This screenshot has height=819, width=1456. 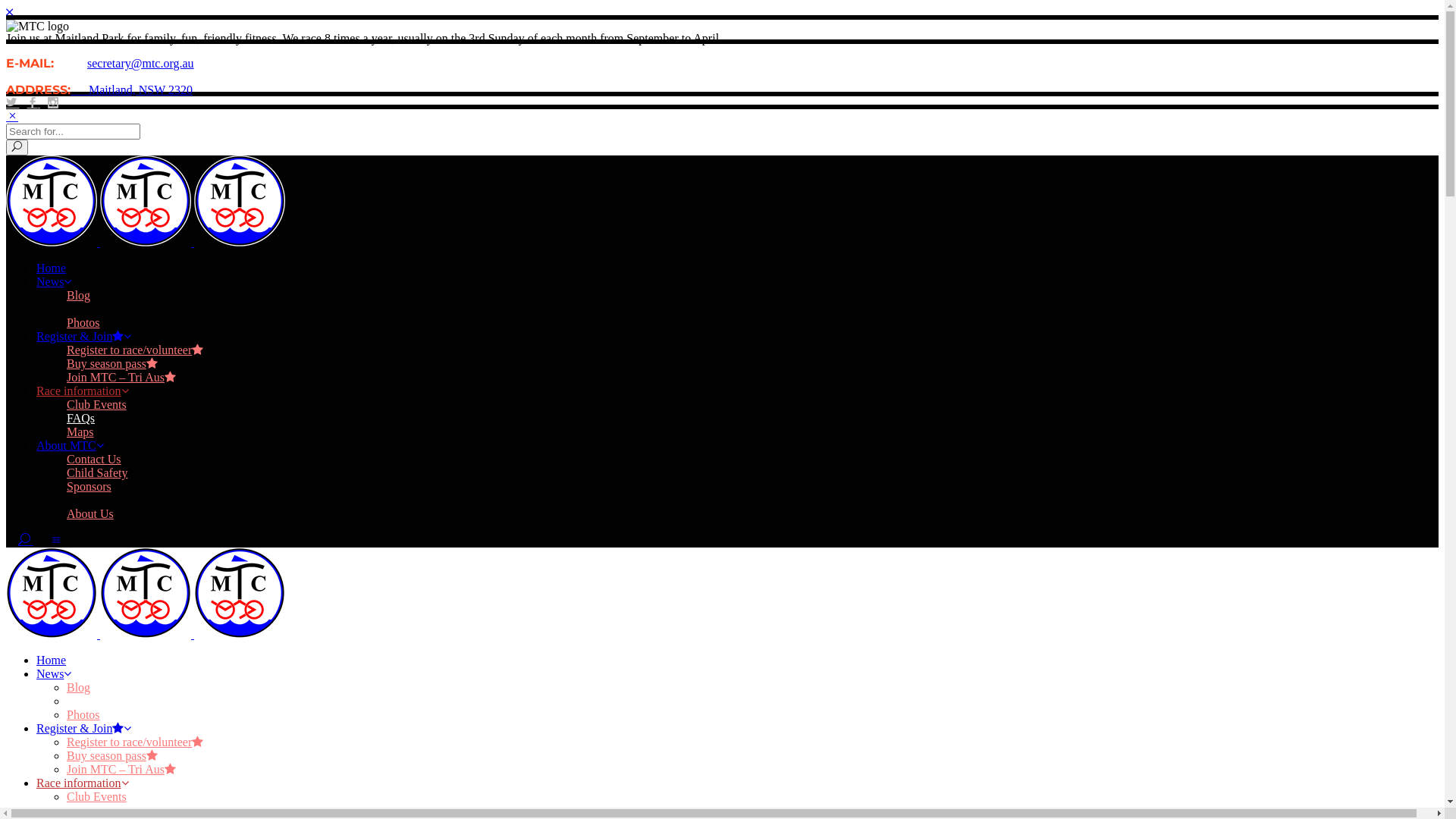 What do you see at coordinates (65, 513) in the screenshot?
I see `'About Us'` at bounding box center [65, 513].